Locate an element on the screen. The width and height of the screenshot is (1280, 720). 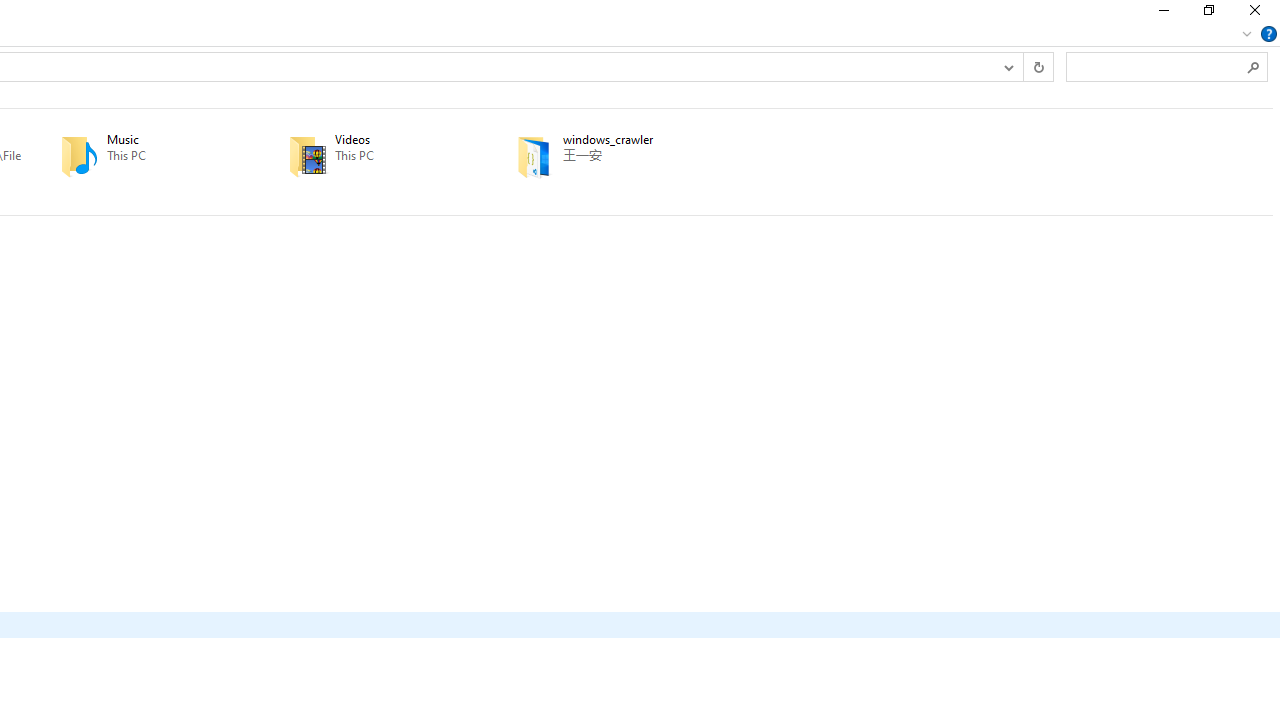
'Music' is located at coordinates (145, 155).